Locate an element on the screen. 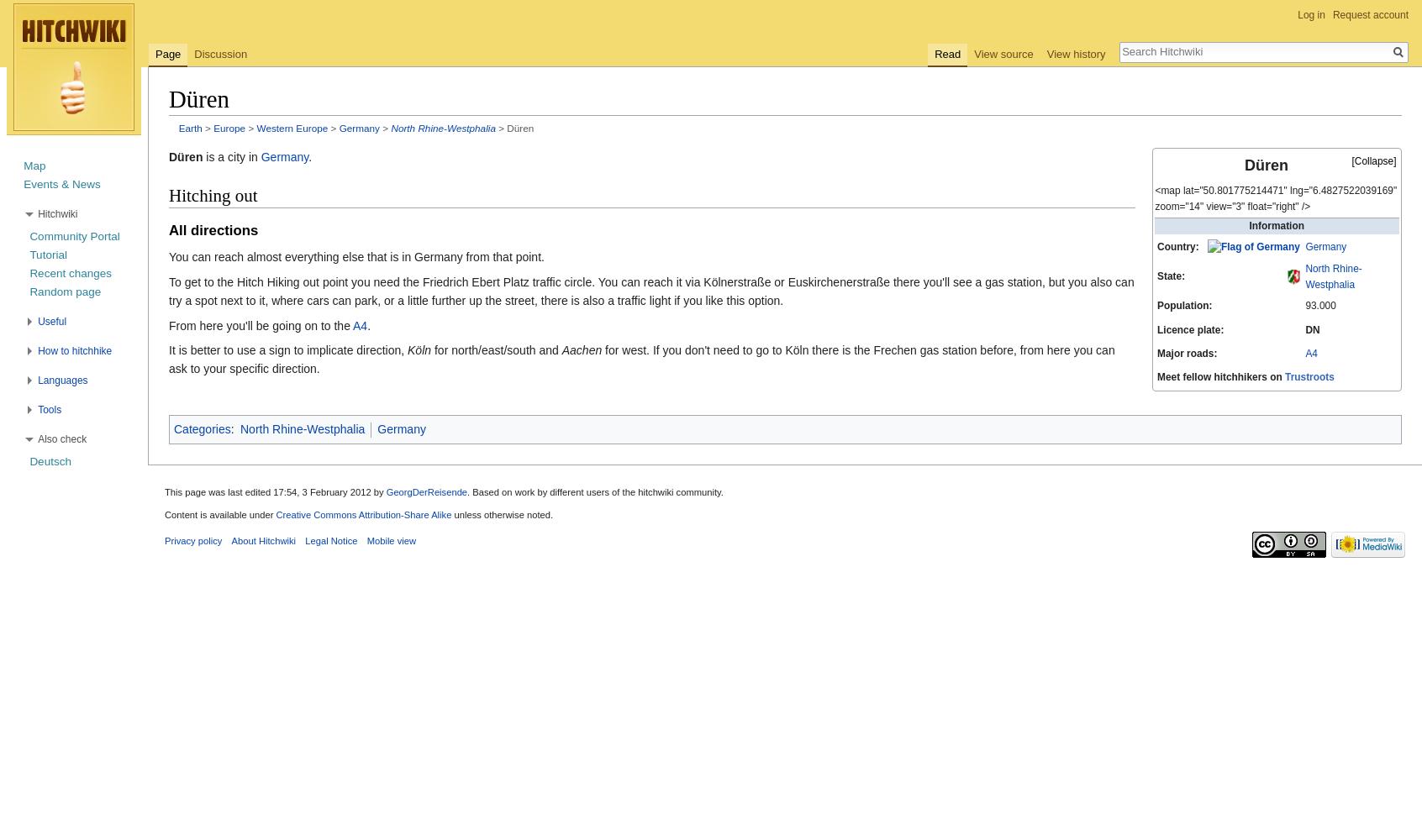 The image size is (1422, 840). 'Western Europe' is located at coordinates (255, 127).